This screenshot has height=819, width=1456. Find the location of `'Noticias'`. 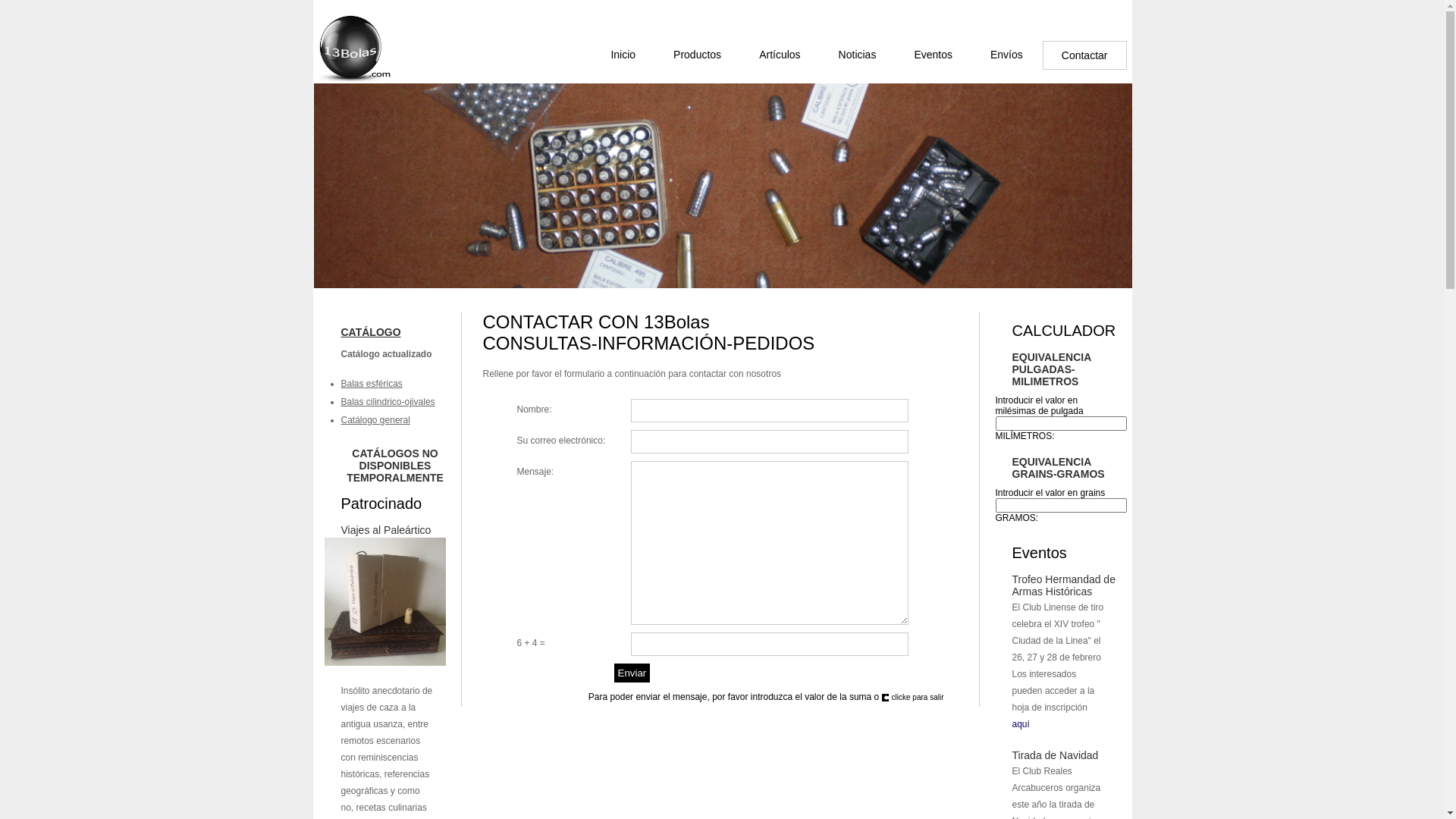

'Noticias' is located at coordinates (858, 54).